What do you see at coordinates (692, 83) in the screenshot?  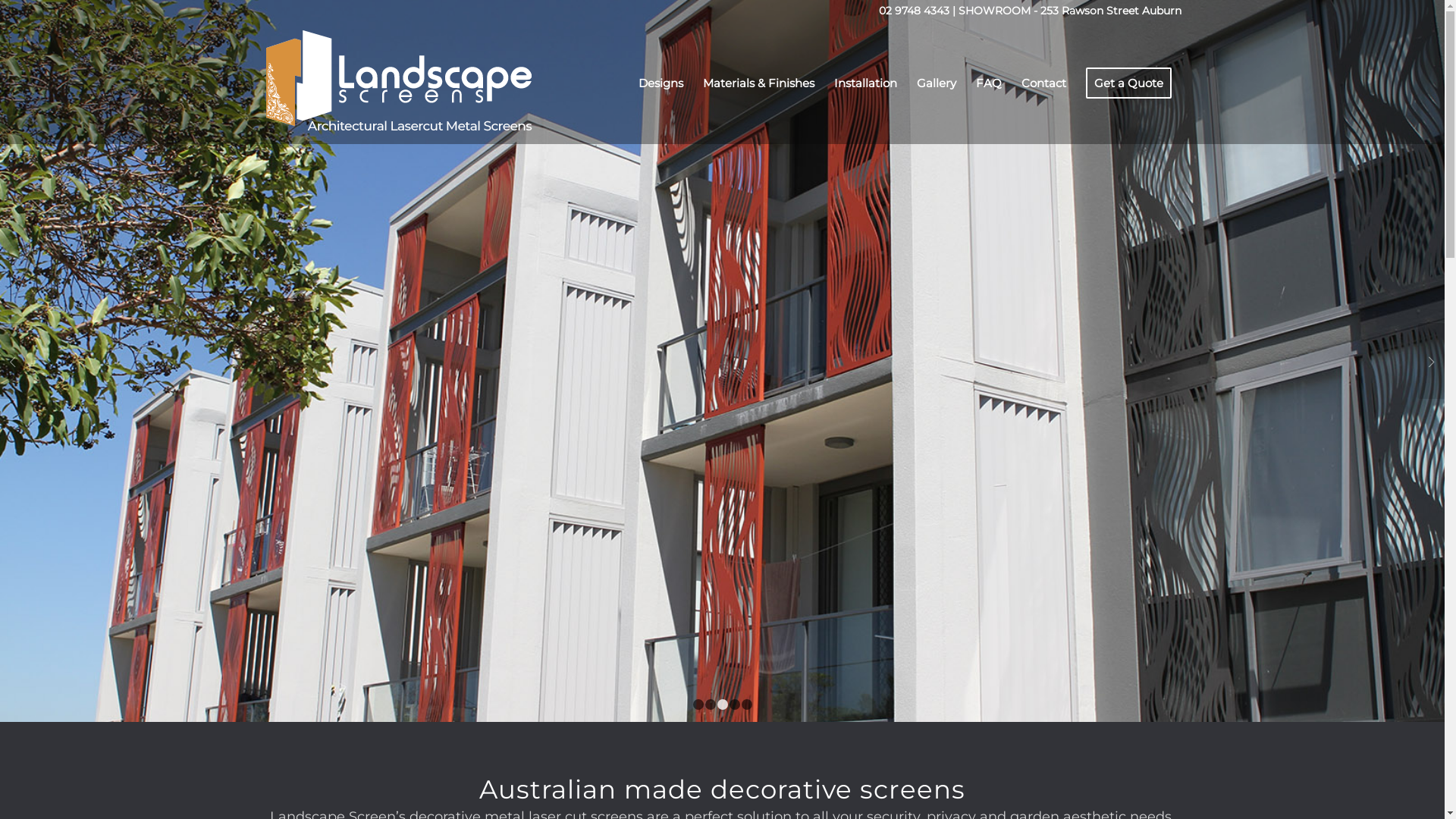 I see `'Materials & Finishes'` at bounding box center [692, 83].